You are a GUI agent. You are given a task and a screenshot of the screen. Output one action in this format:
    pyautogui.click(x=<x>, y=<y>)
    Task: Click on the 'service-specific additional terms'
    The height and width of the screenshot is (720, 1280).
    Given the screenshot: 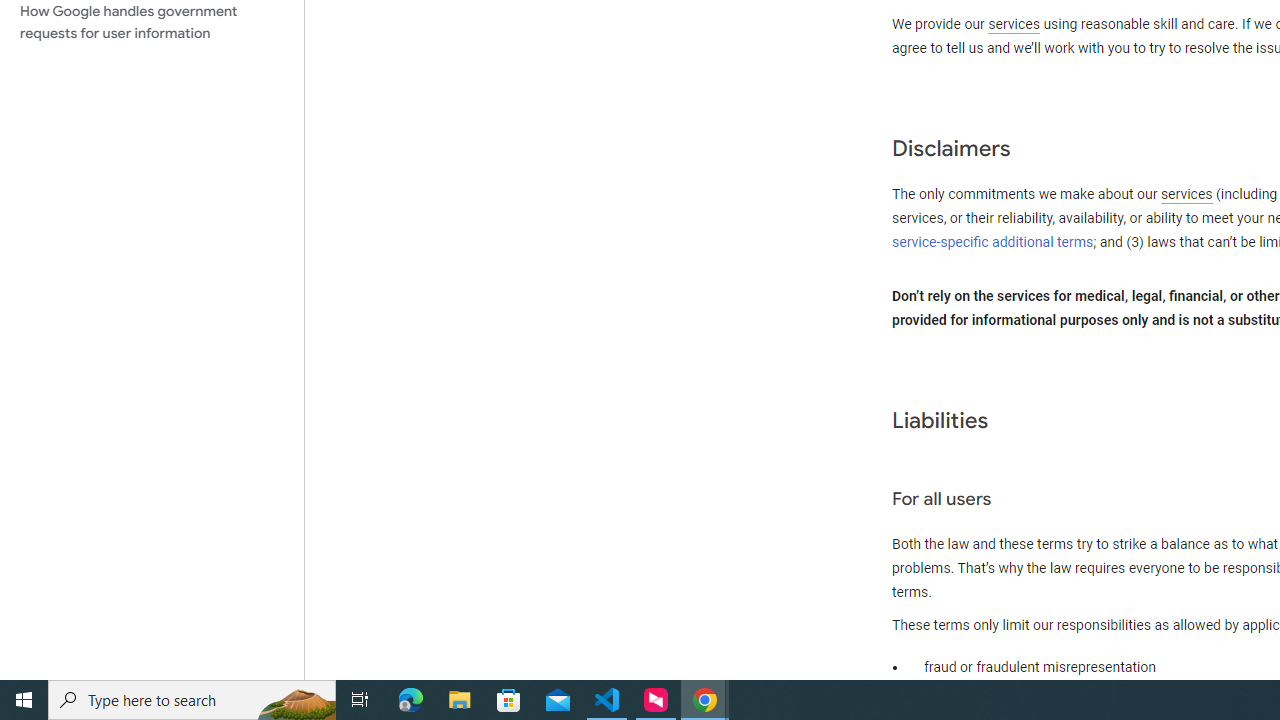 What is the action you would take?
    pyautogui.click(x=993, y=241)
    